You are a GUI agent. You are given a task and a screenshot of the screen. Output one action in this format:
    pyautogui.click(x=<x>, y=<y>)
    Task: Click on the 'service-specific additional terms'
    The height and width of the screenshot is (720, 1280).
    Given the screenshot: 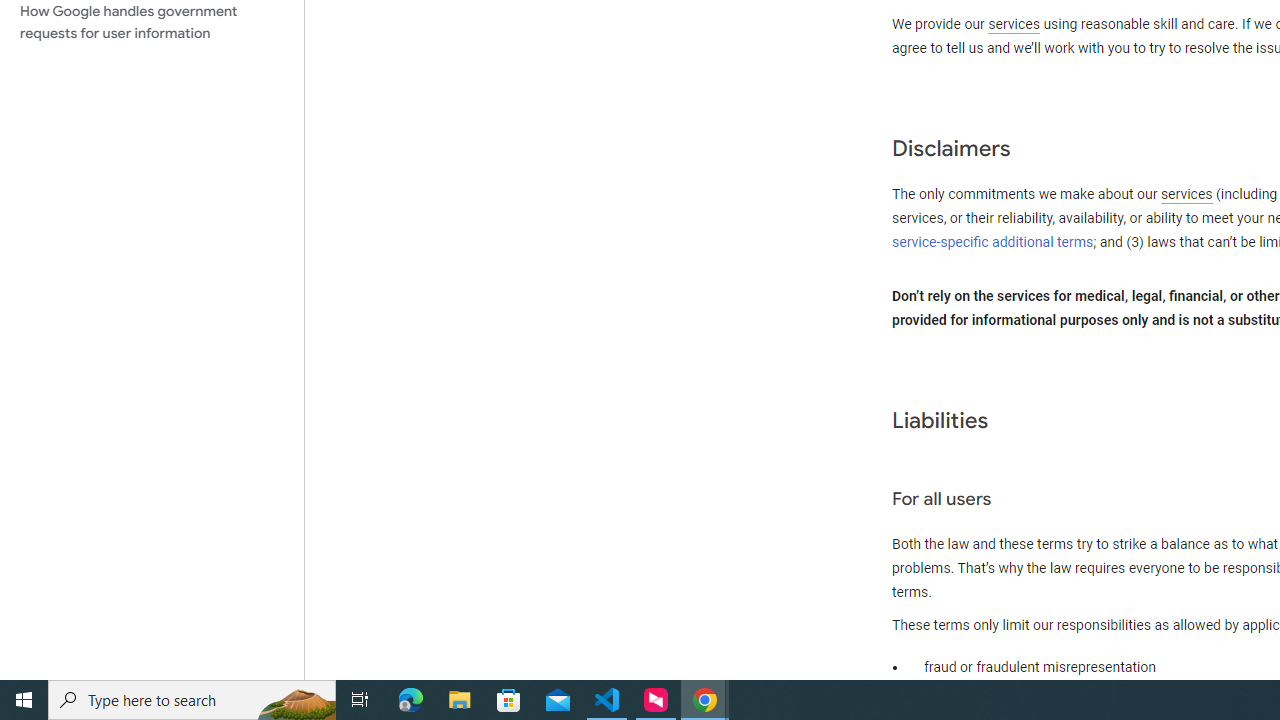 What is the action you would take?
    pyautogui.click(x=993, y=241)
    